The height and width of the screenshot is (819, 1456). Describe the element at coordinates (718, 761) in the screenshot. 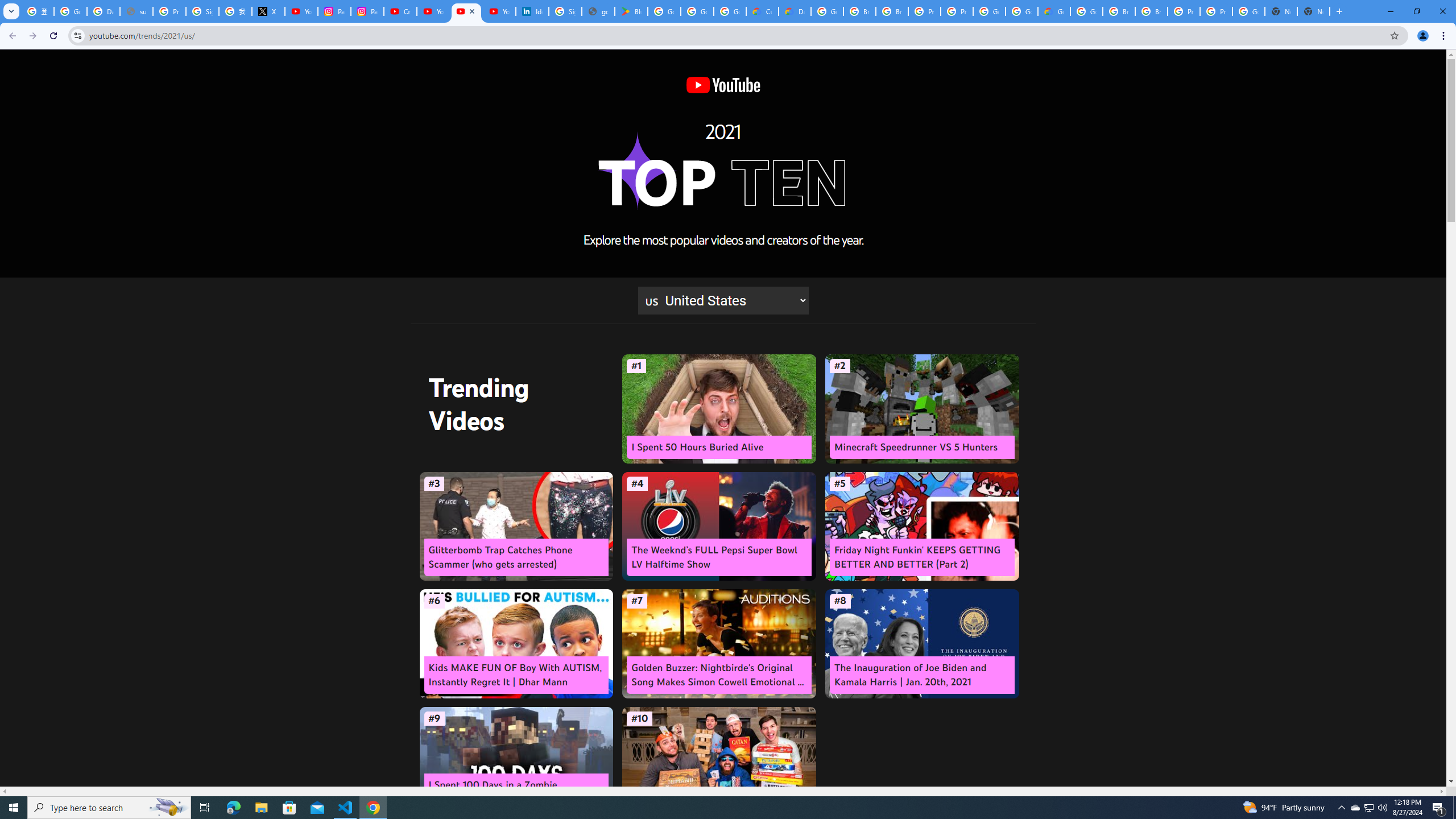

I see `'#10 Game Night Stereotypes'` at that location.